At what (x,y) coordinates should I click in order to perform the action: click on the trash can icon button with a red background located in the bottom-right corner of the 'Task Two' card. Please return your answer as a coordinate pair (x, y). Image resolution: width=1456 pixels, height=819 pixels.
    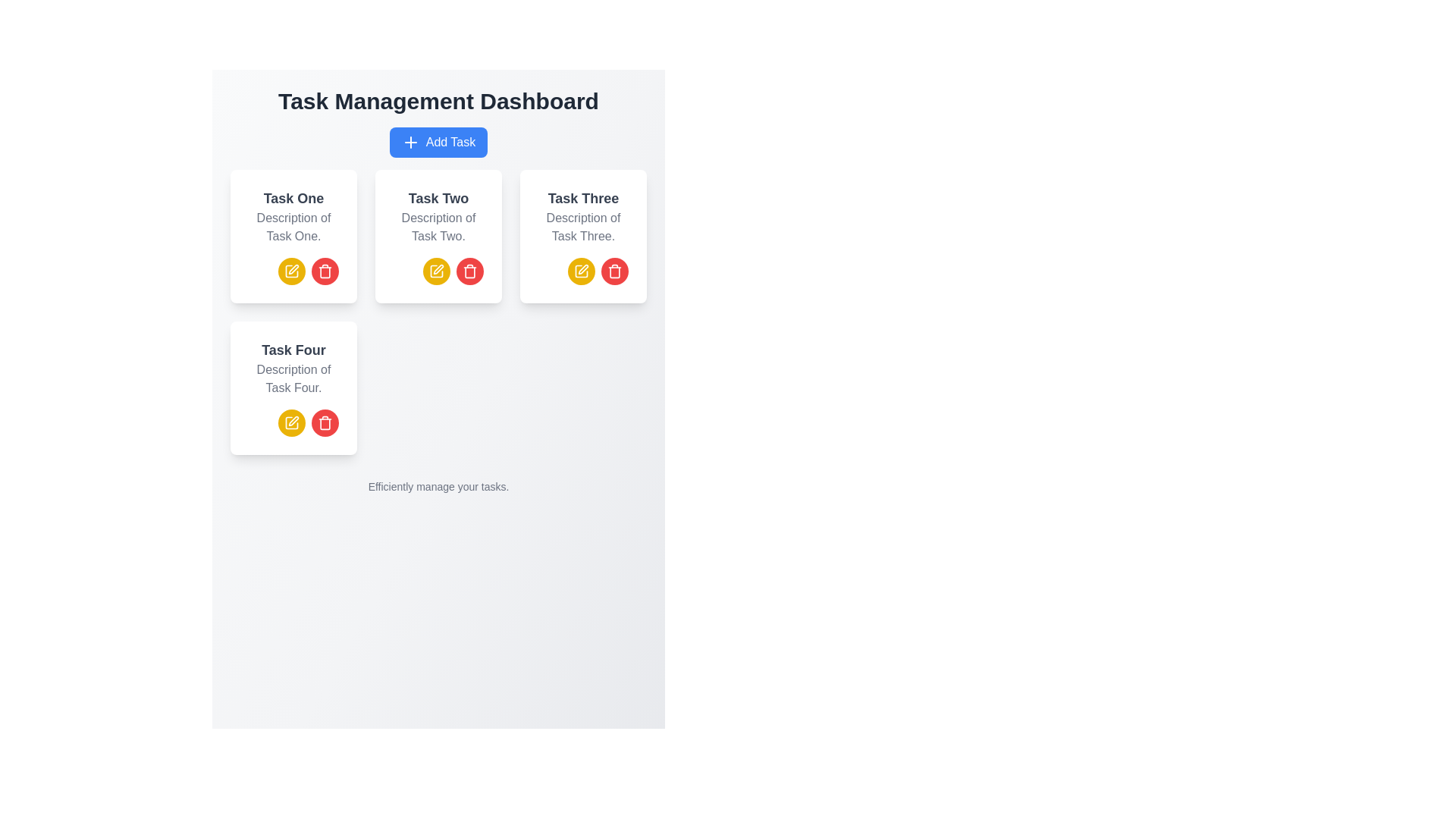
    Looking at the image, I should click on (469, 271).